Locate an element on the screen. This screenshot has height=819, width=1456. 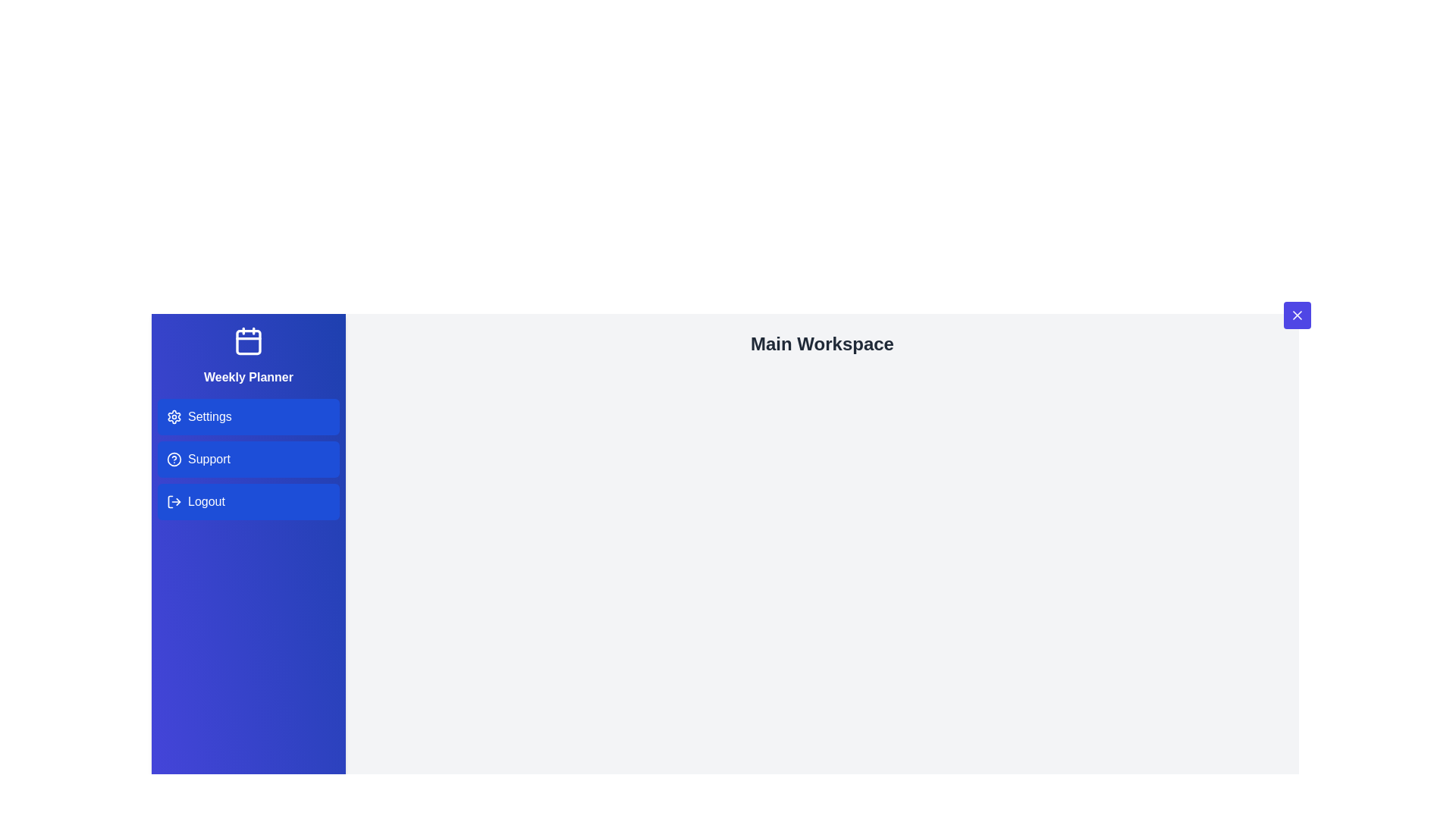
the 'Support' menu item to open the support section is located at coordinates (248, 458).